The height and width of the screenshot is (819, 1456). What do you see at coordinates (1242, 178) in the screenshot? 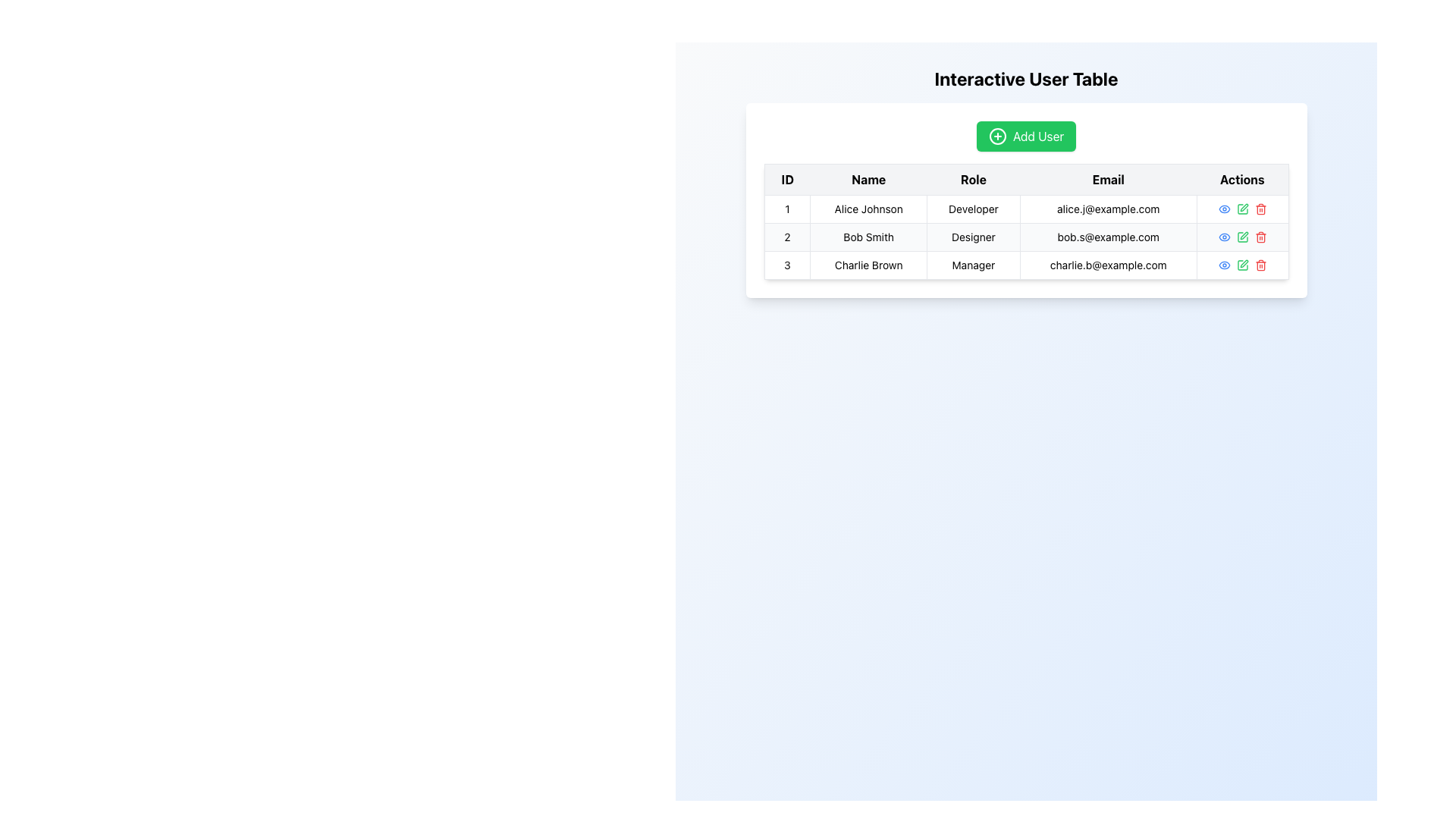
I see `the text label 'Actions' styled in bold black font, located at the top-right corner of the table header, adjacent to 'Email', 'Role', 'Name', and 'ID'` at bounding box center [1242, 178].